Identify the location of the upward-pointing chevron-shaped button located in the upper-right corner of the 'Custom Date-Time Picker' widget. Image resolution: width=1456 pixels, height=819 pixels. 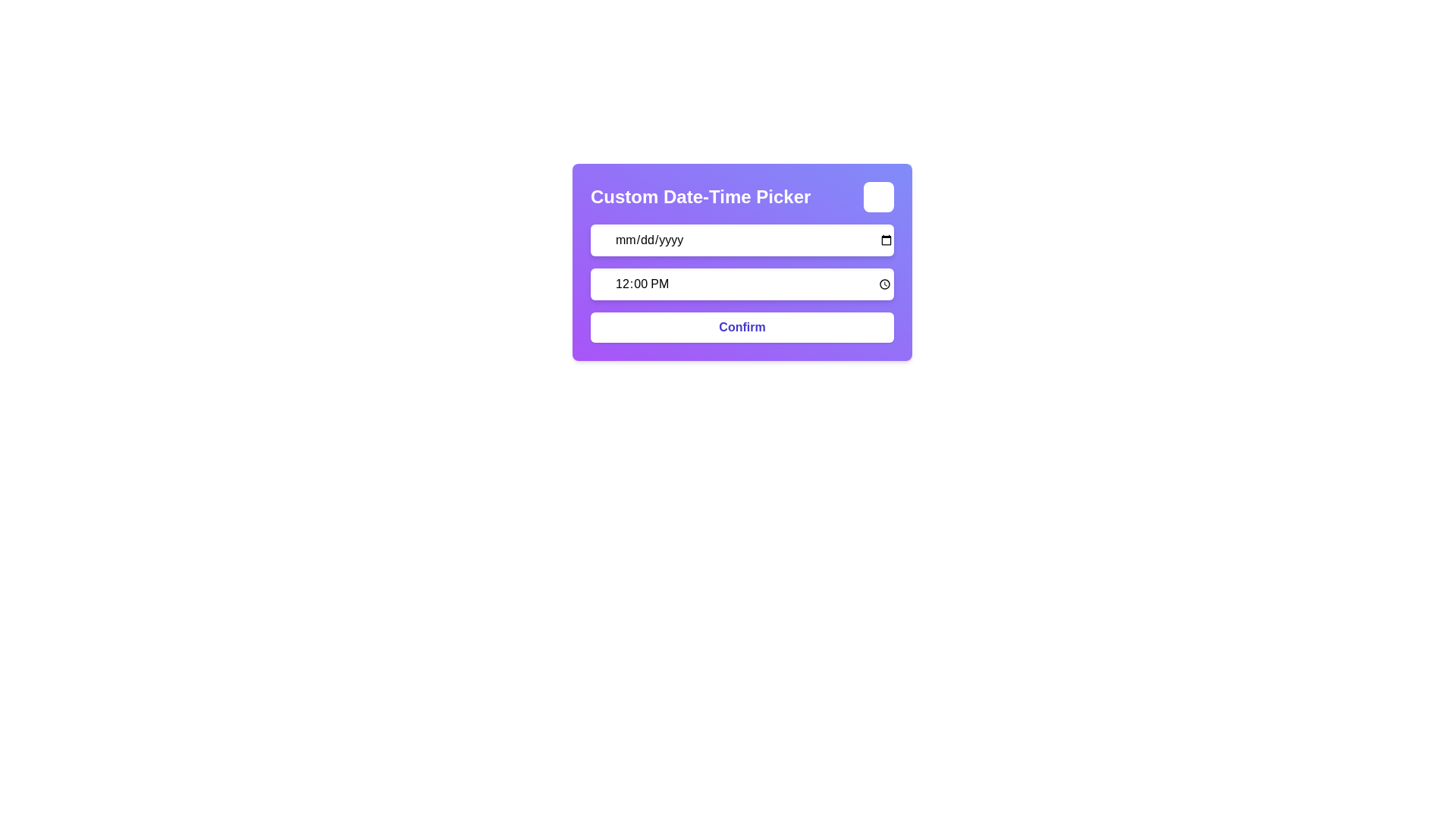
(878, 196).